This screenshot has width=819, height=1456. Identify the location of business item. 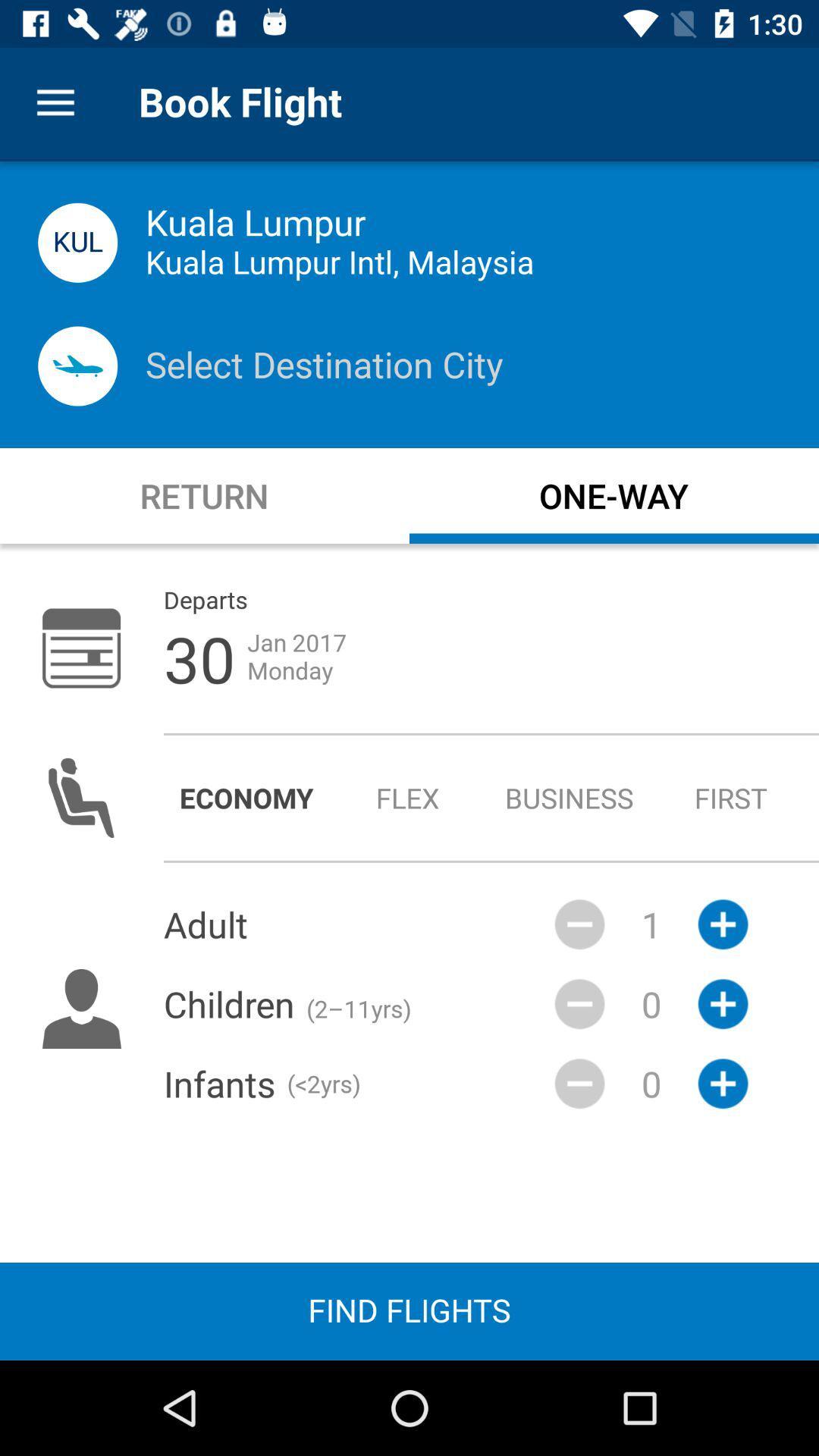
(570, 797).